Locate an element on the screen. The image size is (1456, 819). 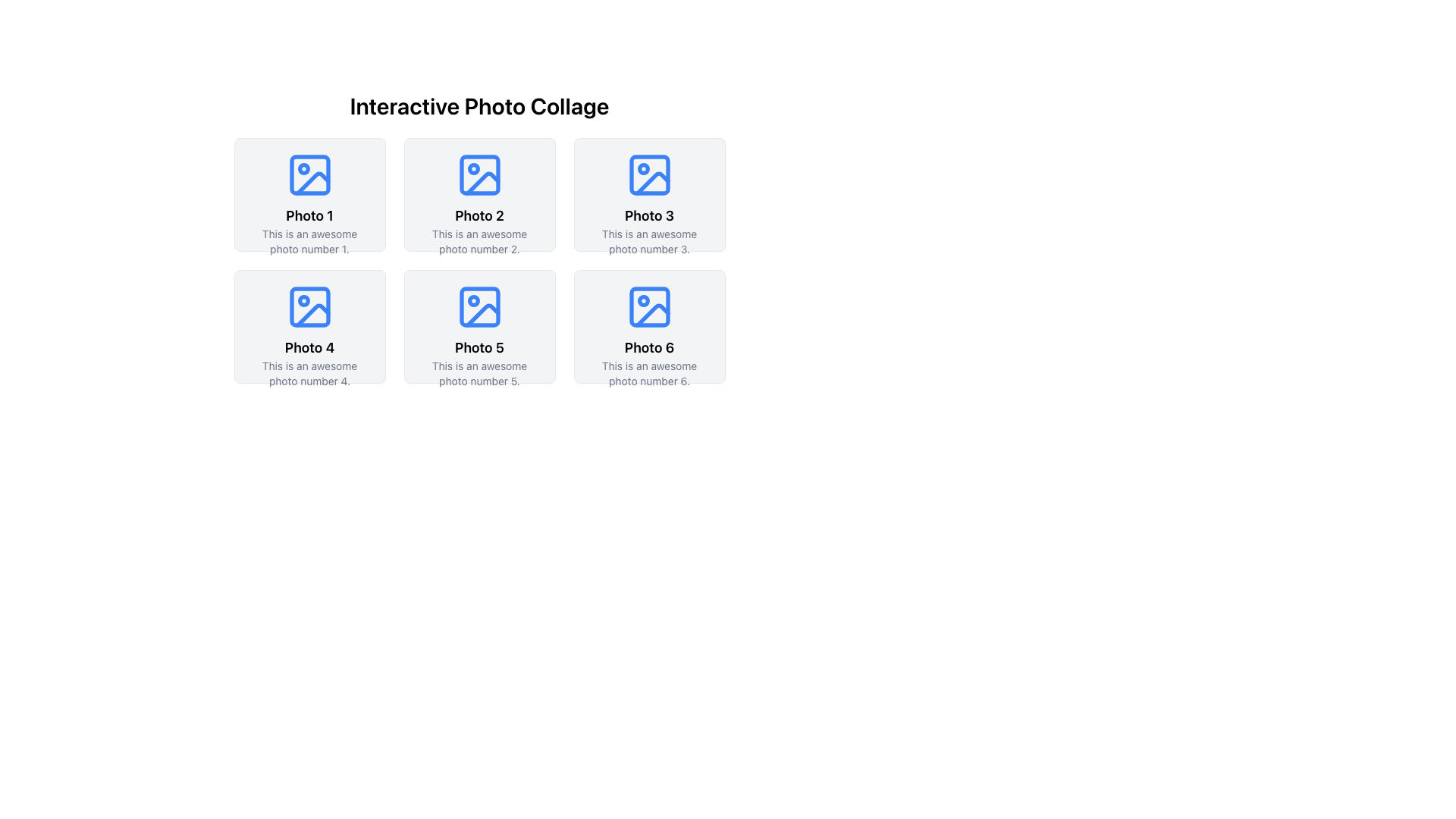
the small rectangular shape with rounded corners that is part of the 'Photo 3' SVG image icon, which has no visible fill and is outlined by a border is located at coordinates (649, 174).